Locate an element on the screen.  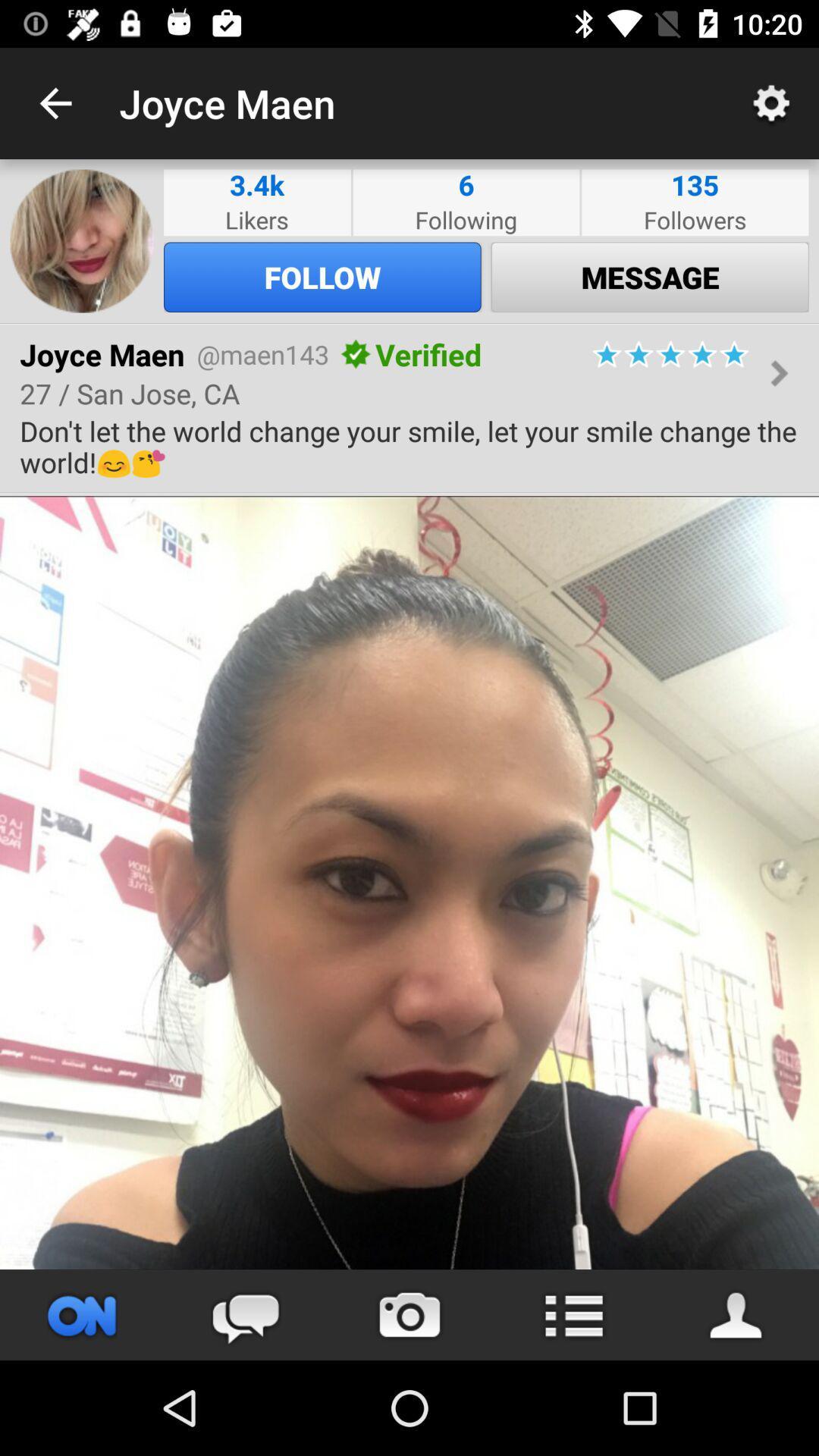
follow icon is located at coordinates (322, 277).